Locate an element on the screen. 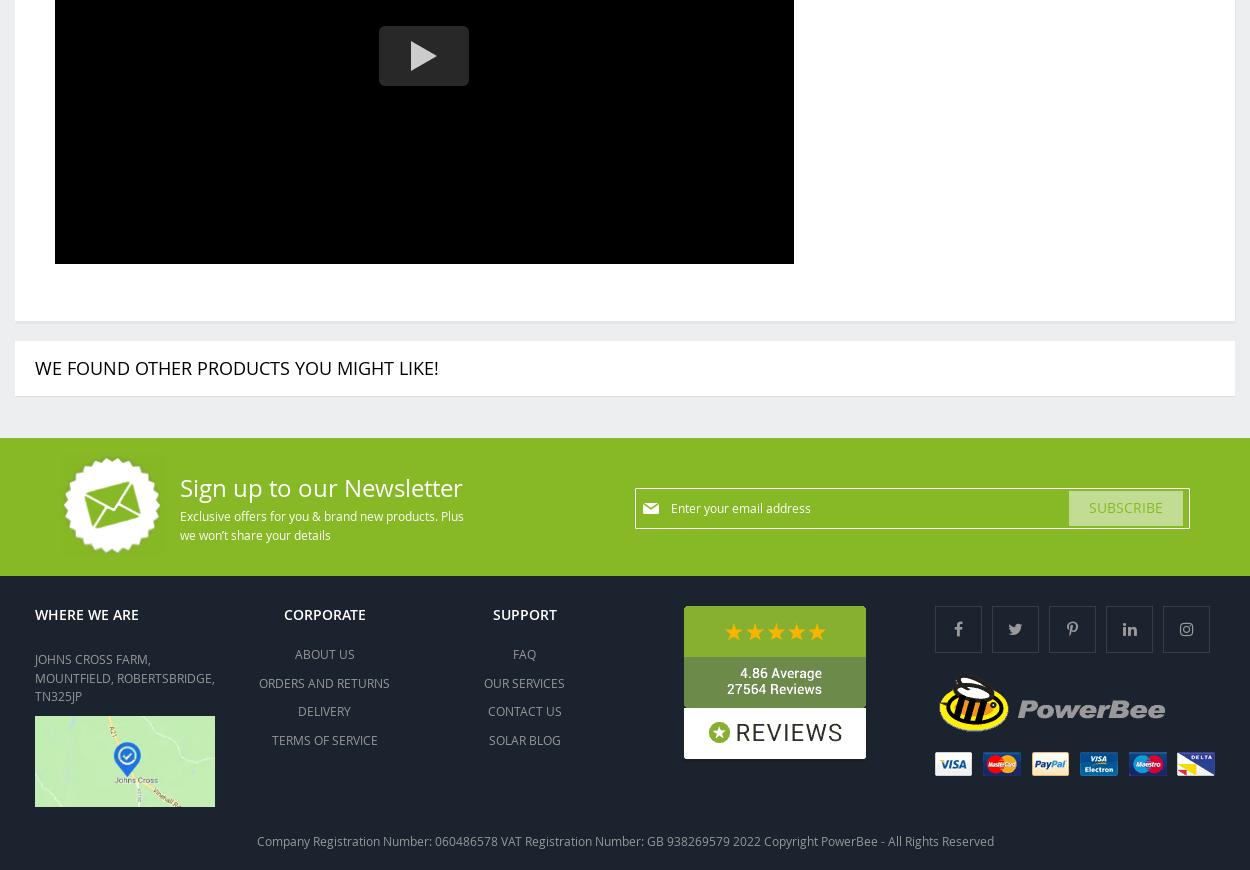 Image resolution: width=1250 pixels, height=870 pixels. 'CORPORATE' is located at coordinates (323, 613).